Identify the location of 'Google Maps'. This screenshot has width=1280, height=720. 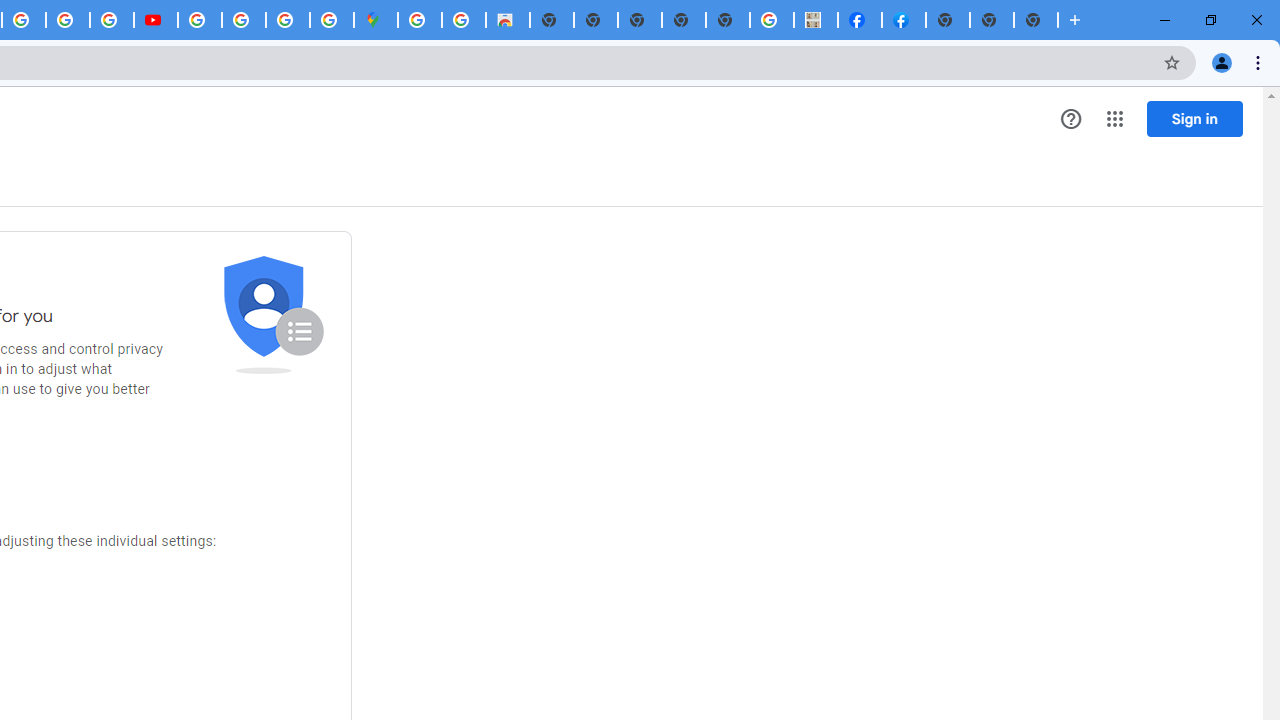
(376, 20).